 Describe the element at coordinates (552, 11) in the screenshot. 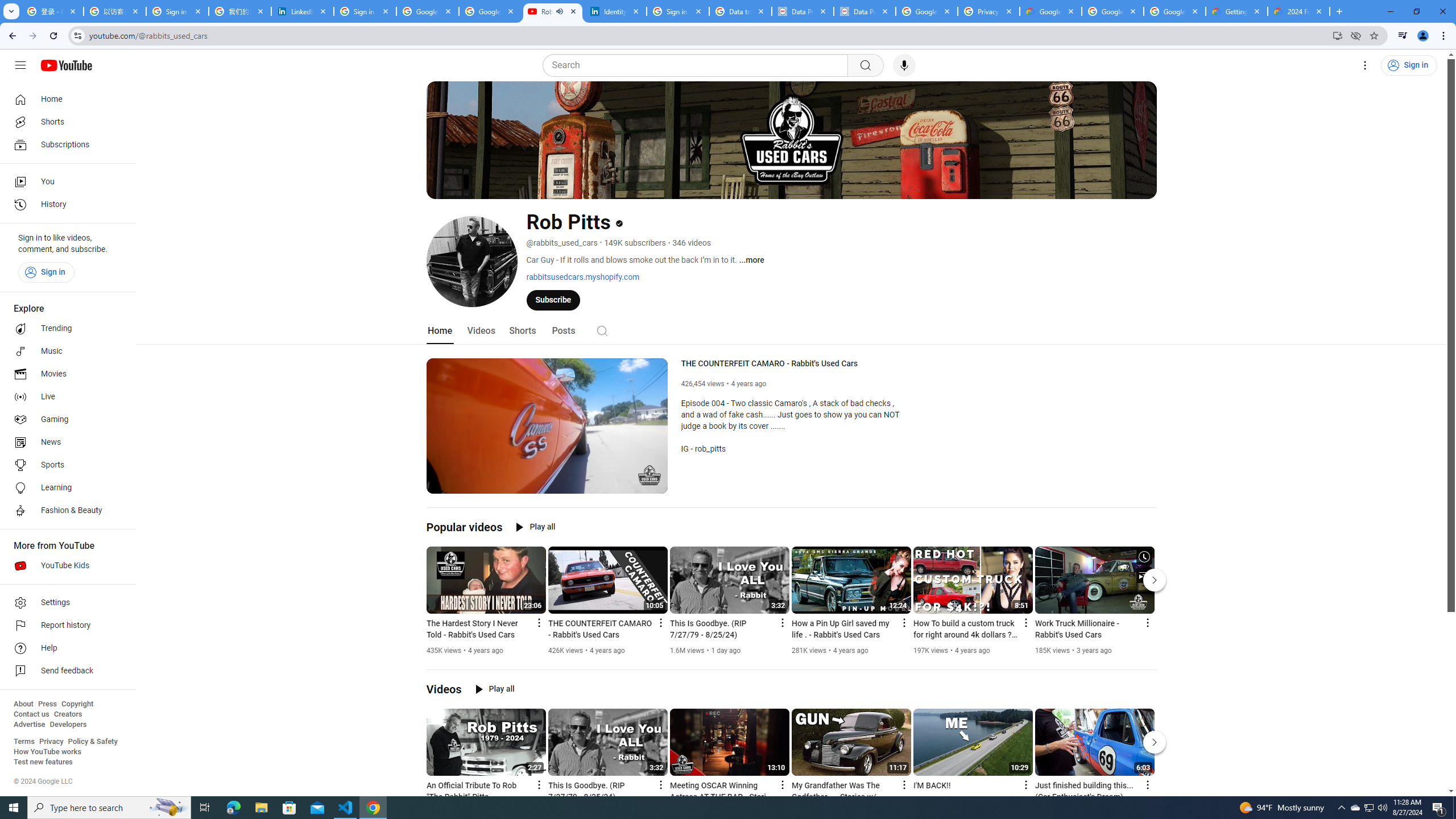

I see `'Rob Pitts - YouTube - Audio playing'` at that location.